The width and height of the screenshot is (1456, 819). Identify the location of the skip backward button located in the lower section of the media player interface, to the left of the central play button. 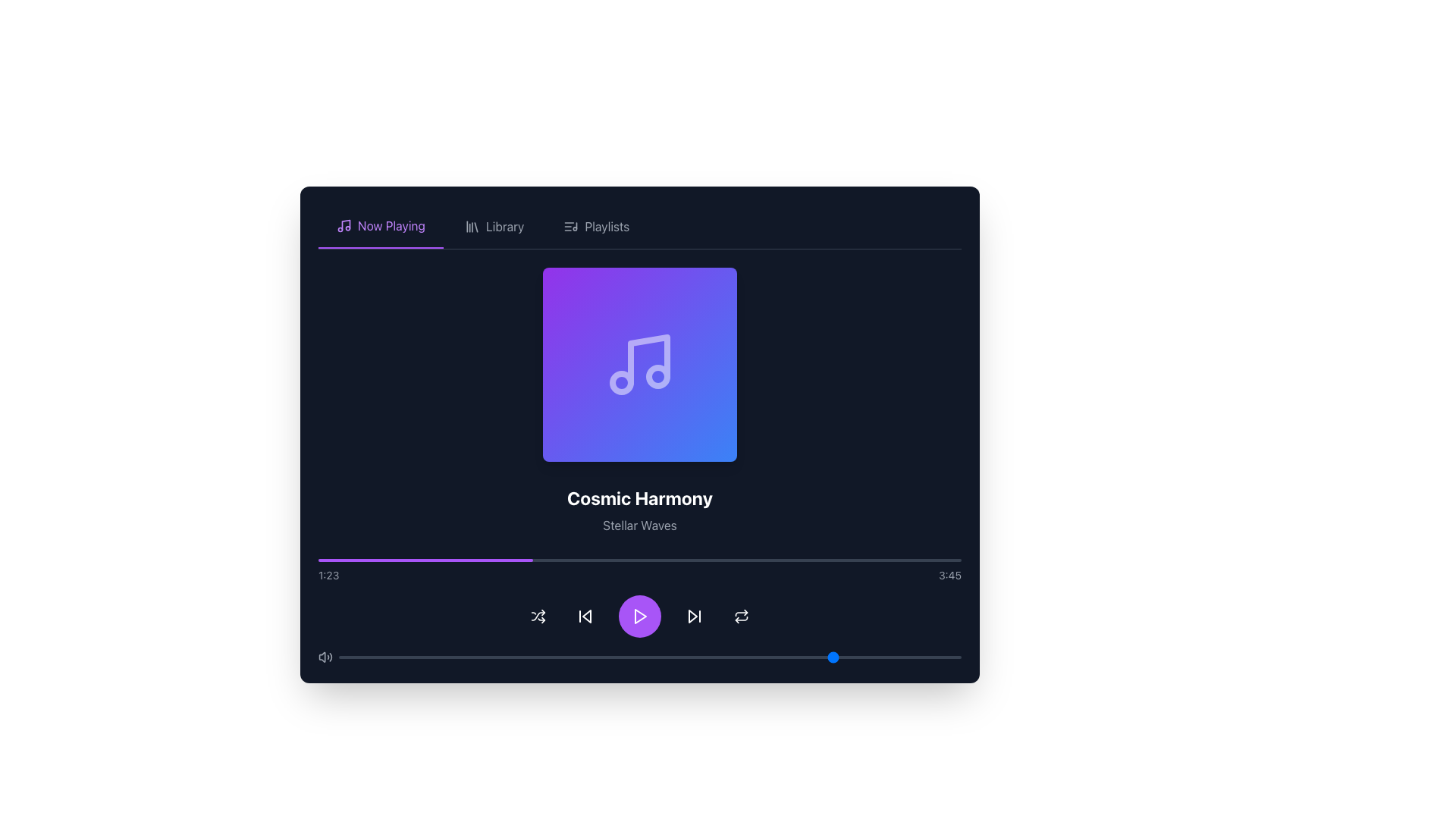
(585, 617).